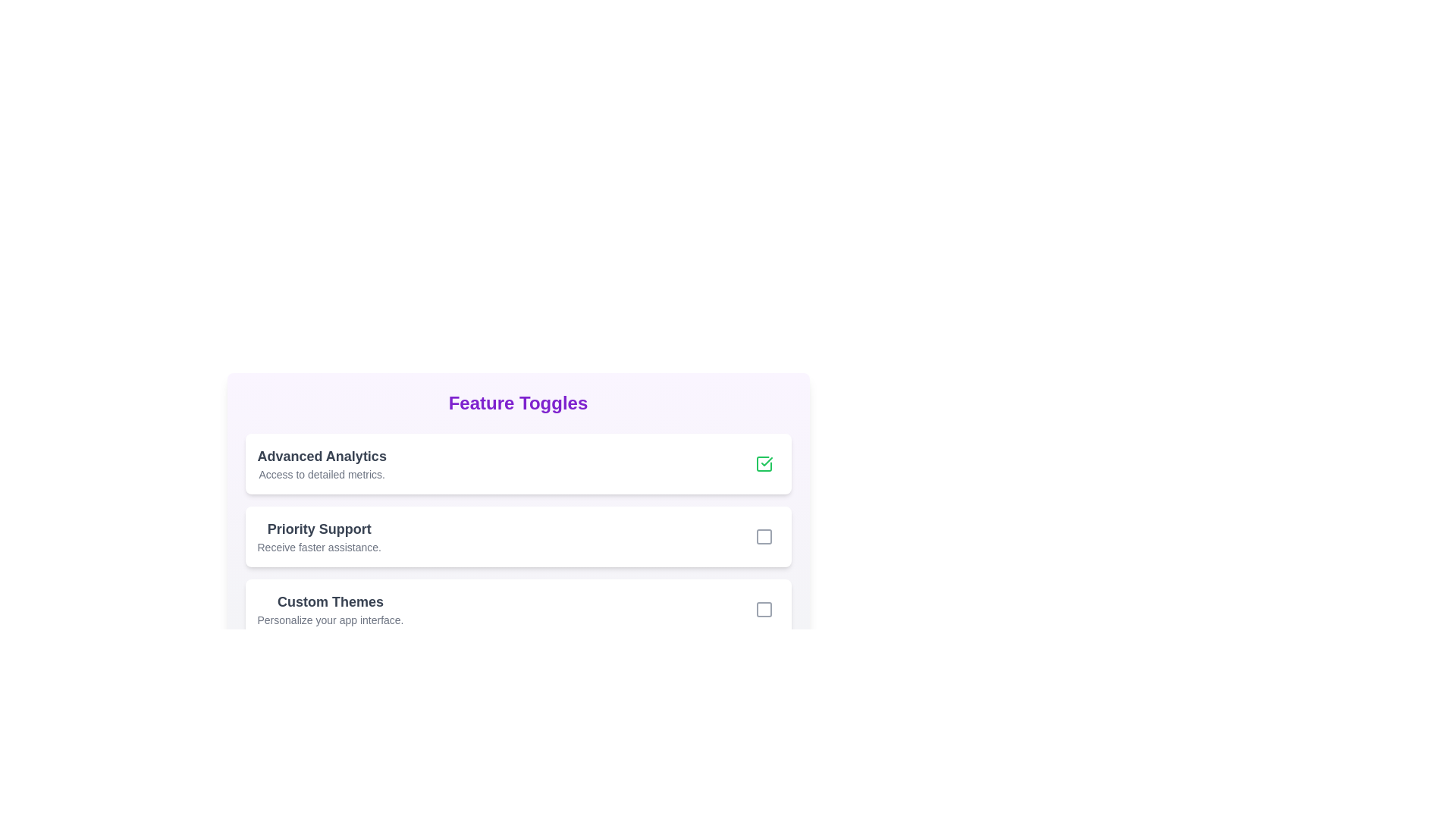 The width and height of the screenshot is (1456, 819). I want to click on the green checkmark icon that is positioned next to the 'Advanced Analytics' toggle in the feature list, so click(767, 461).